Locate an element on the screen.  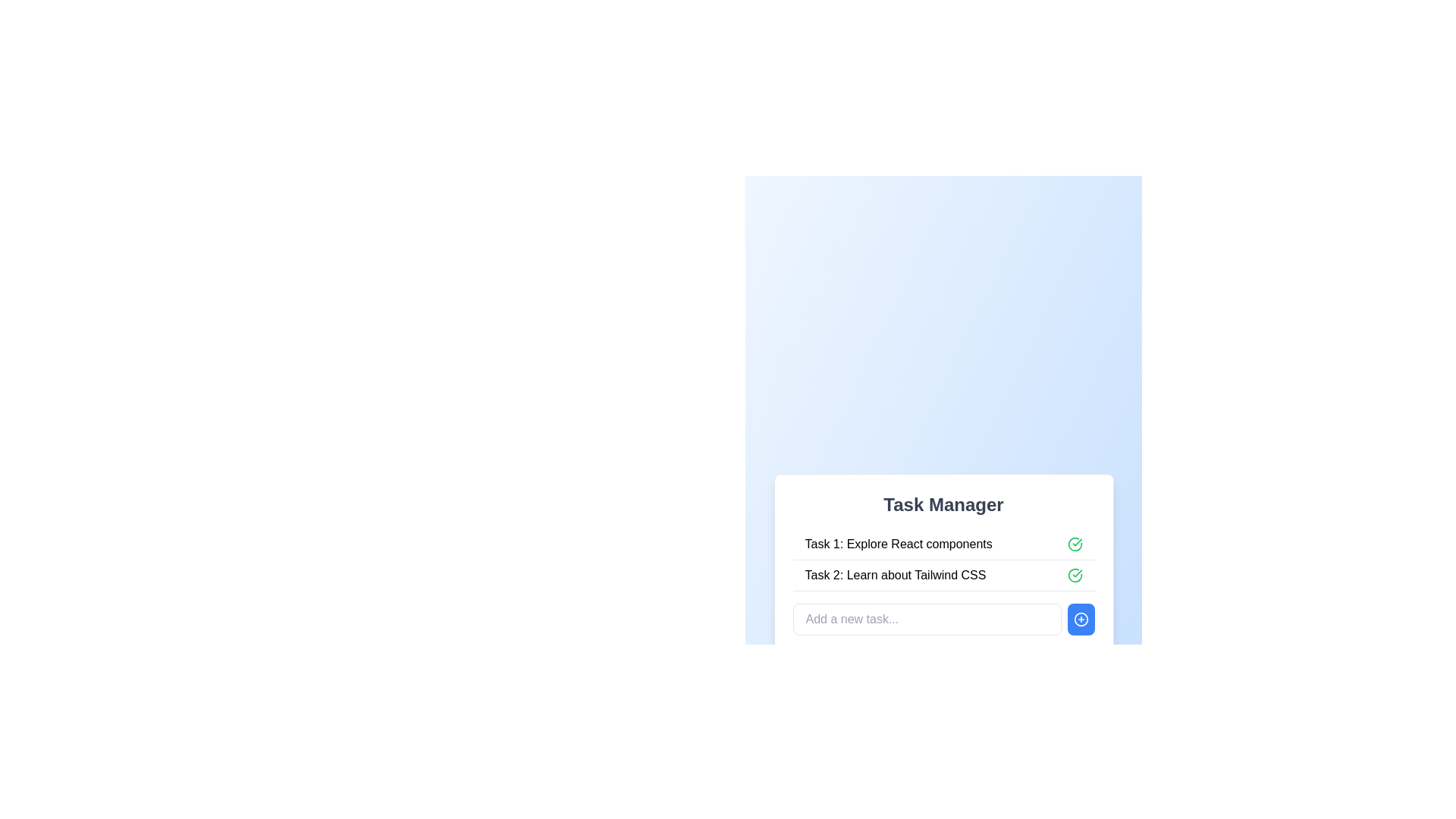
the text input field labeled 'Add a new task...' located at the bottom of the task manager card for typing is located at coordinates (943, 620).